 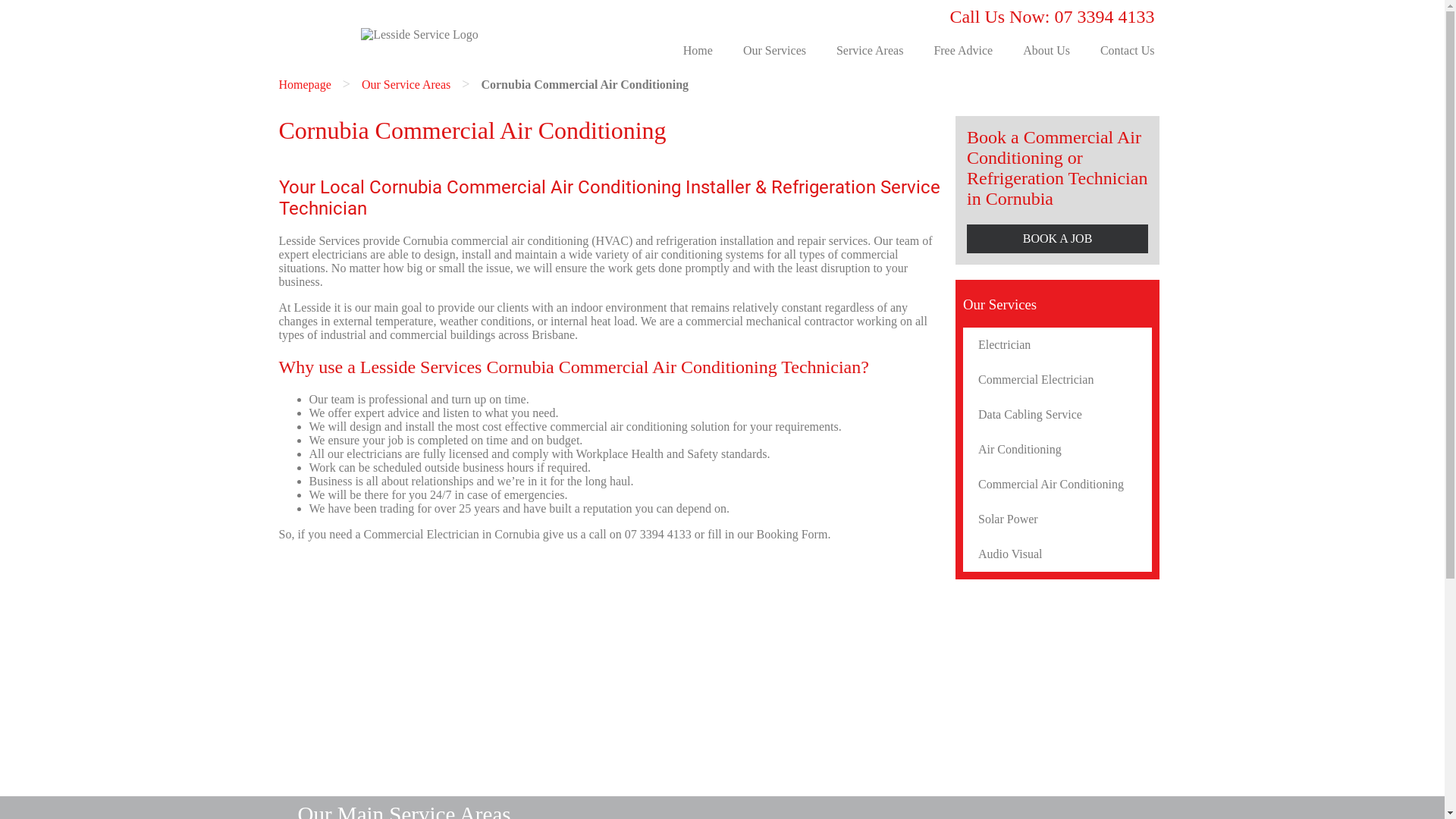 What do you see at coordinates (697, 49) in the screenshot?
I see `'Home'` at bounding box center [697, 49].